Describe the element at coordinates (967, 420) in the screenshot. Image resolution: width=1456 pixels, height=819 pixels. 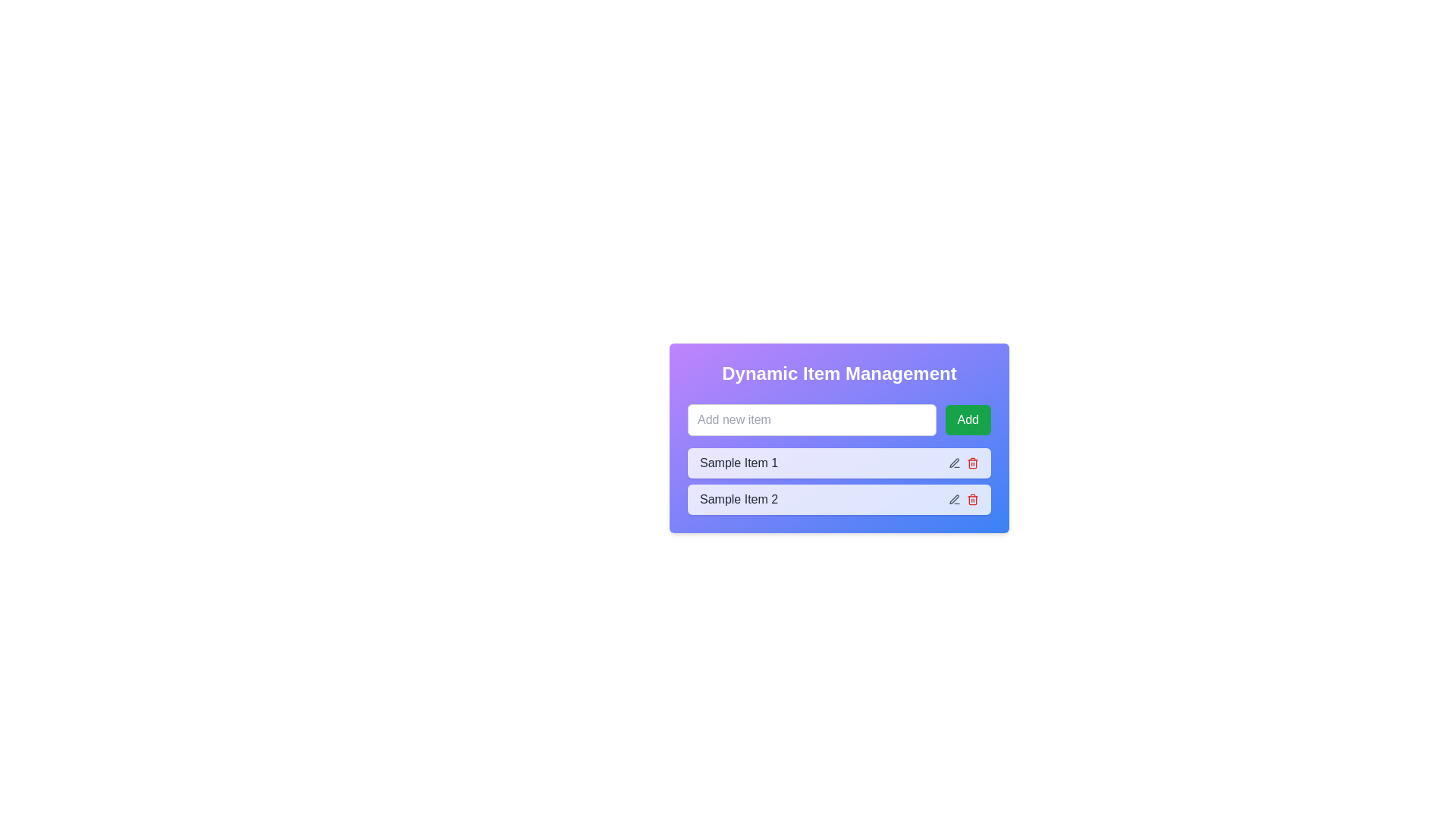
I see `the 'Add new item' button located to the right of the text input field` at that location.